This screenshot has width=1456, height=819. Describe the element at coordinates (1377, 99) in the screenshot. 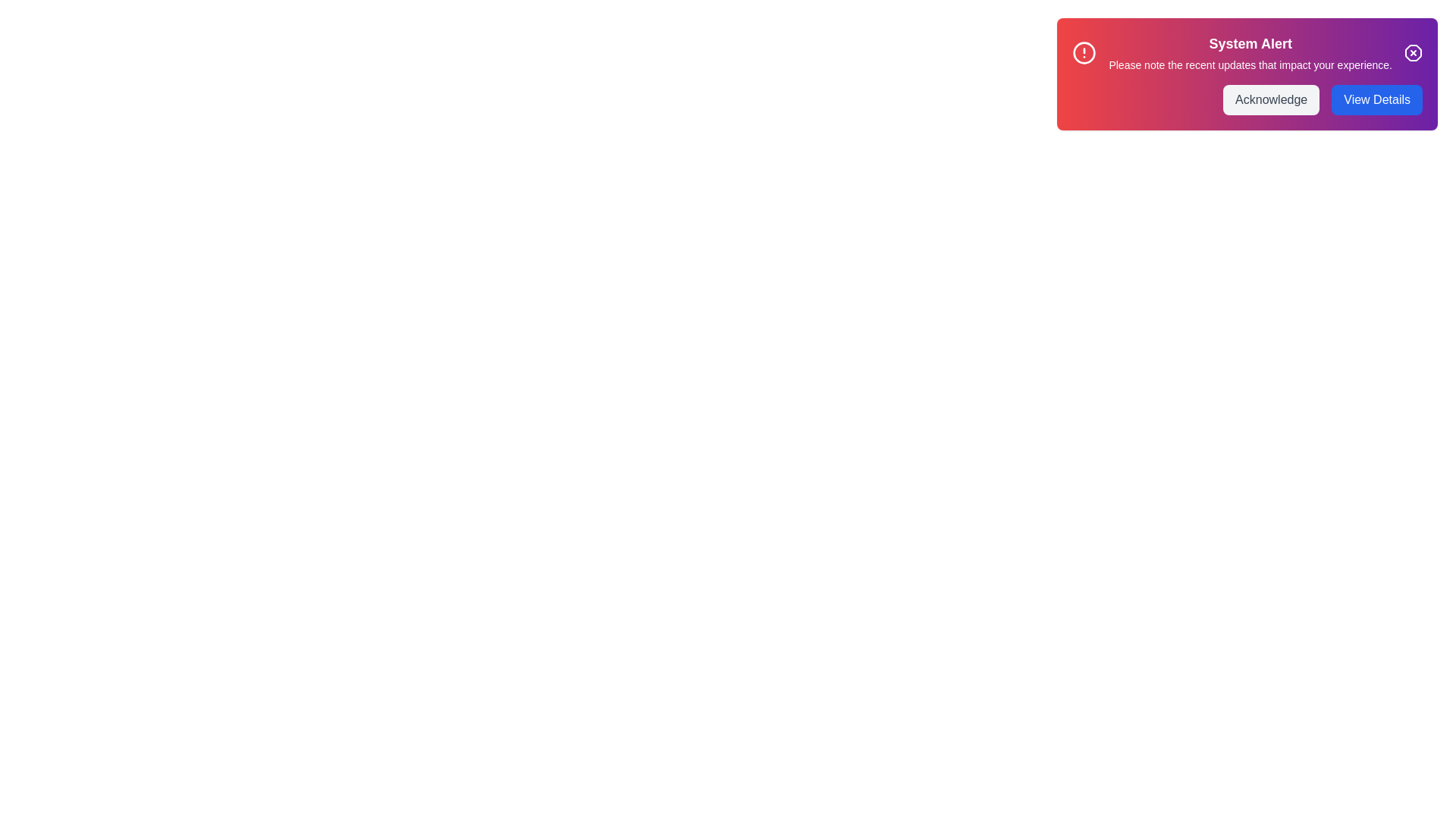

I see `the interactive elements: View Details Button` at that location.